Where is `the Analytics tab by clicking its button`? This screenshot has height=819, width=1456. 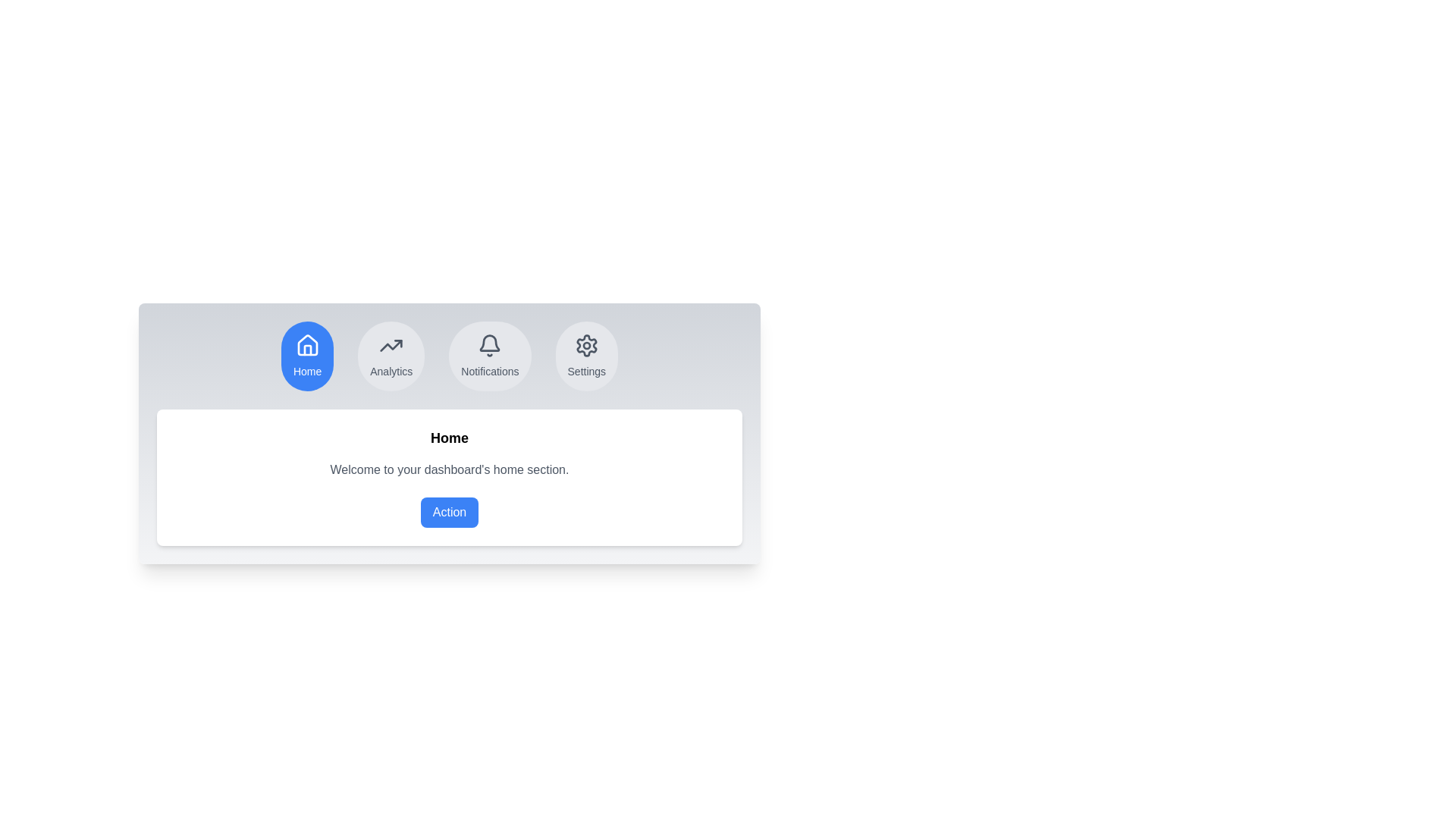 the Analytics tab by clicking its button is located at coordinates (391, 356).